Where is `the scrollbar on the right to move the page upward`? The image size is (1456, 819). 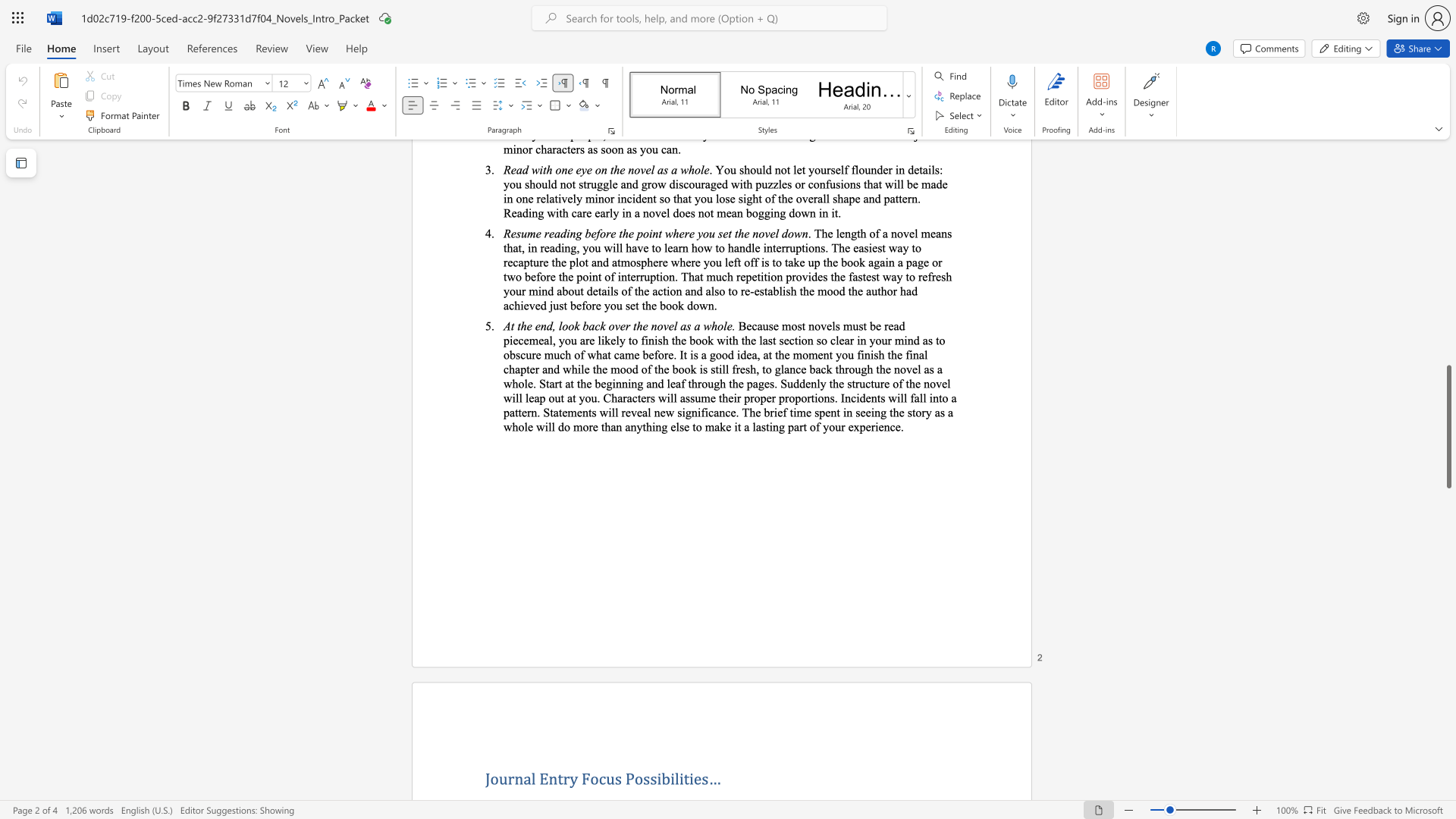 the scrollbar on the right to move the page upward is located at coordinates (1448, 219).